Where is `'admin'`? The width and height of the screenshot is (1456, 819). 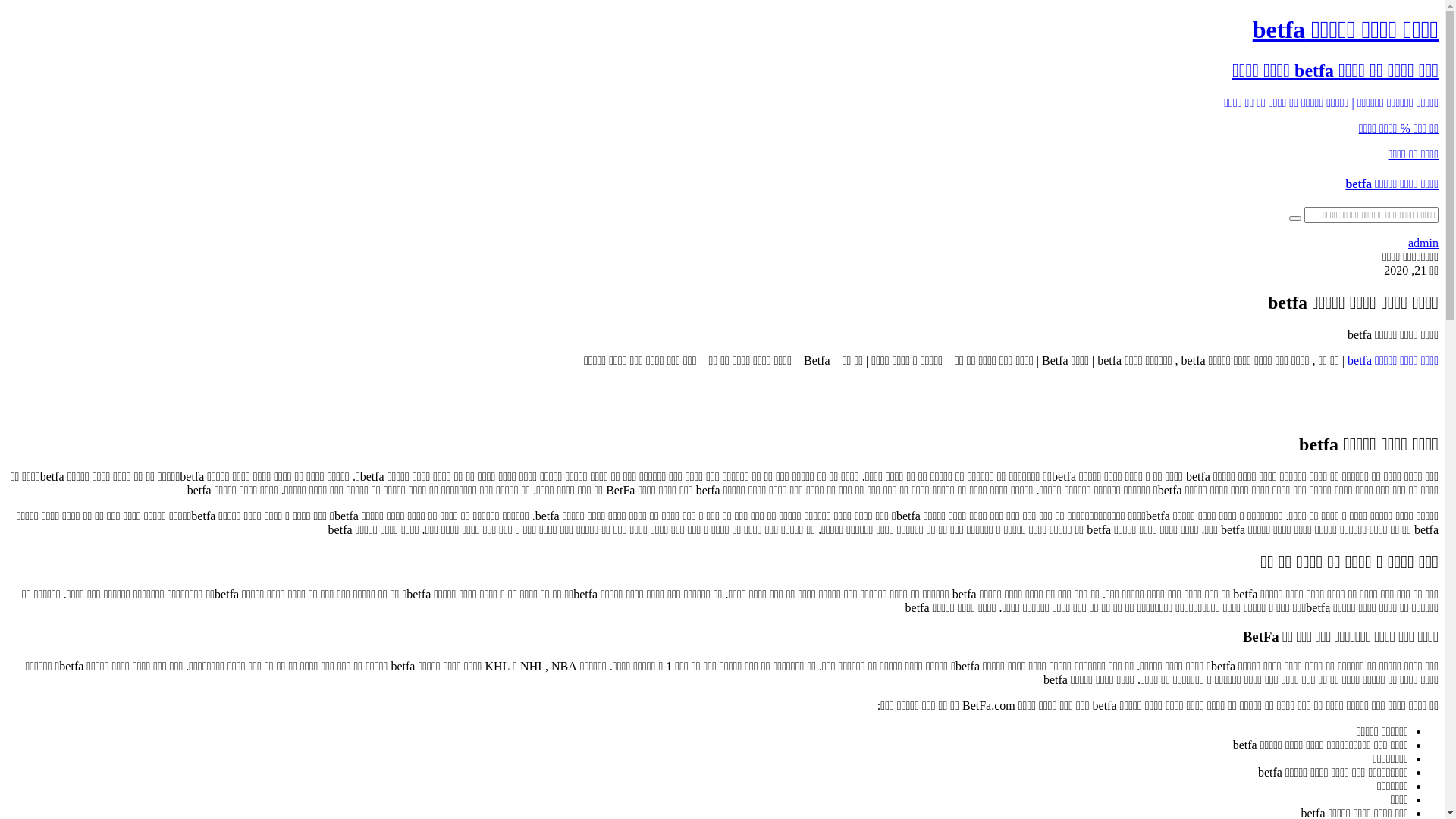 'admin' is located at coordinates (1422, 242).